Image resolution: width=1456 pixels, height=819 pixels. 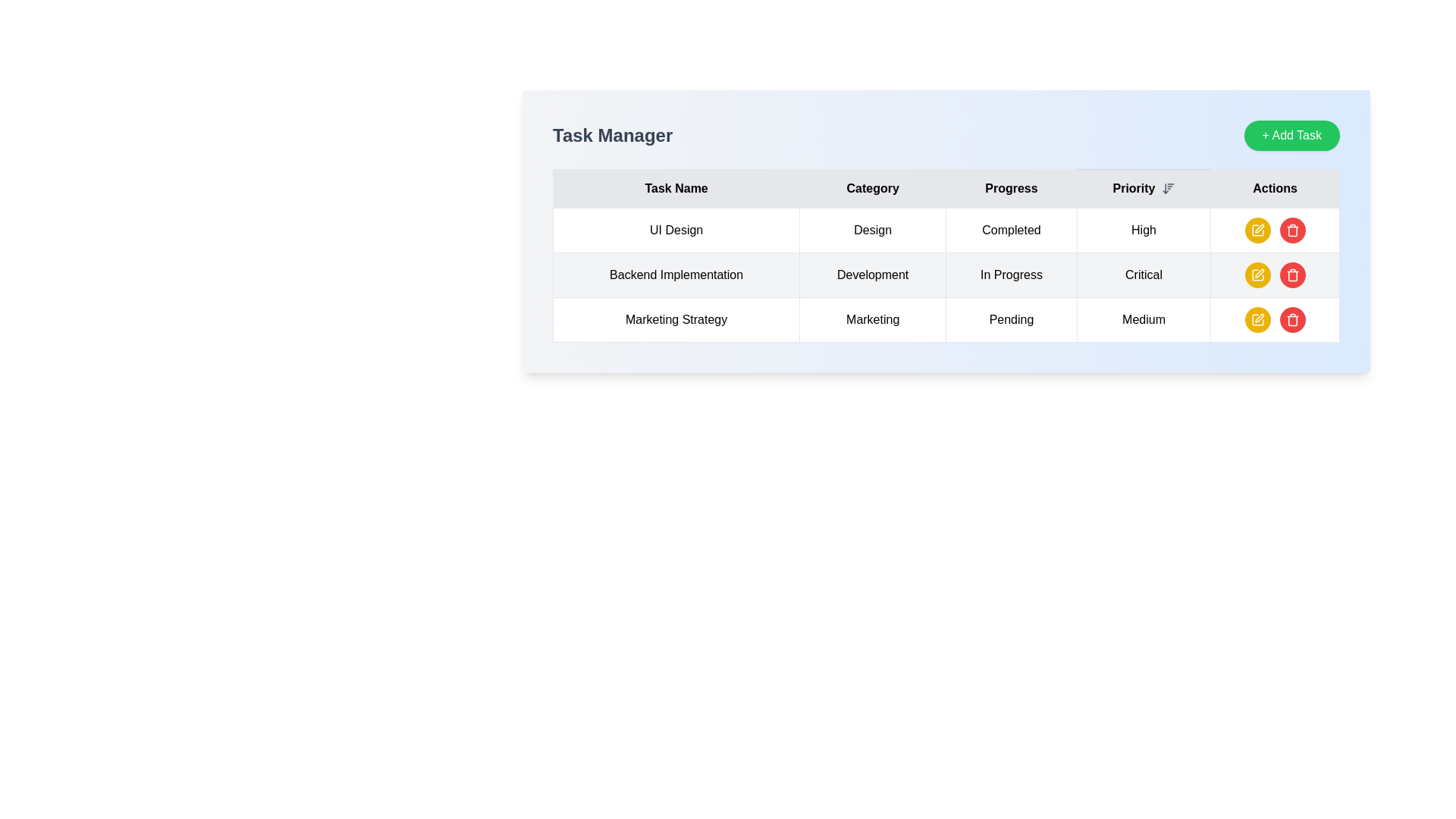 I want to click on the yellow circular icon button in the 'Actions' column of the third row in the task table to edit the 'Marketing Strategy' task details, so click(x=1257, y=318).